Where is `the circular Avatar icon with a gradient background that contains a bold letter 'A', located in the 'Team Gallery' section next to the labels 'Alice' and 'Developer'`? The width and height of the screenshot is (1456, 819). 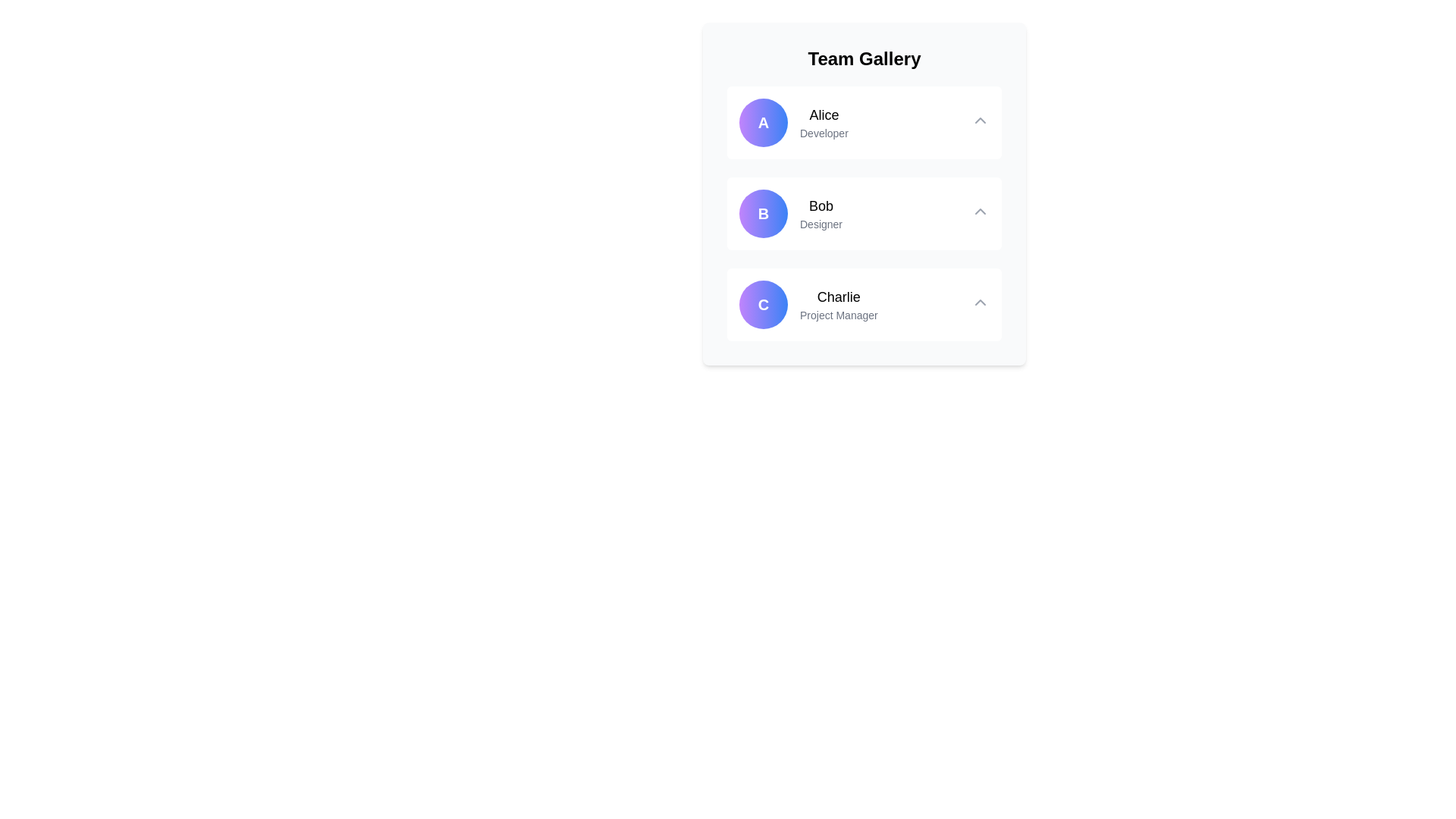 the circular Avatar icon with a gradient background that contains a bold letter 'A', located in the 'Team Gallery' section next to the labels 'Alice' and 'Developer' is located at coordinates (764, 122).